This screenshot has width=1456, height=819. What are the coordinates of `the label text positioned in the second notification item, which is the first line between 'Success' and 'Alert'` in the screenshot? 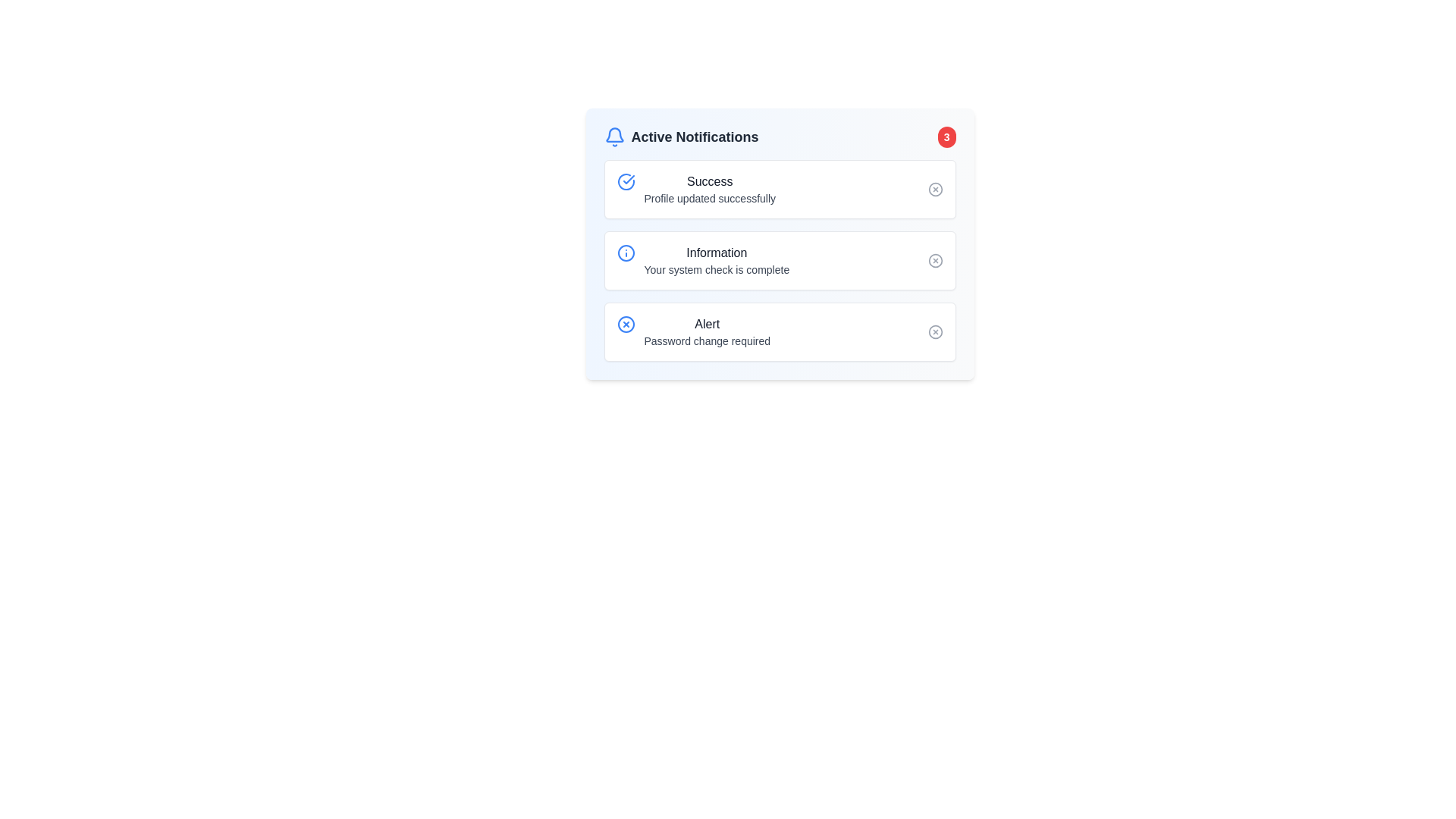 It's located at (716, 253).